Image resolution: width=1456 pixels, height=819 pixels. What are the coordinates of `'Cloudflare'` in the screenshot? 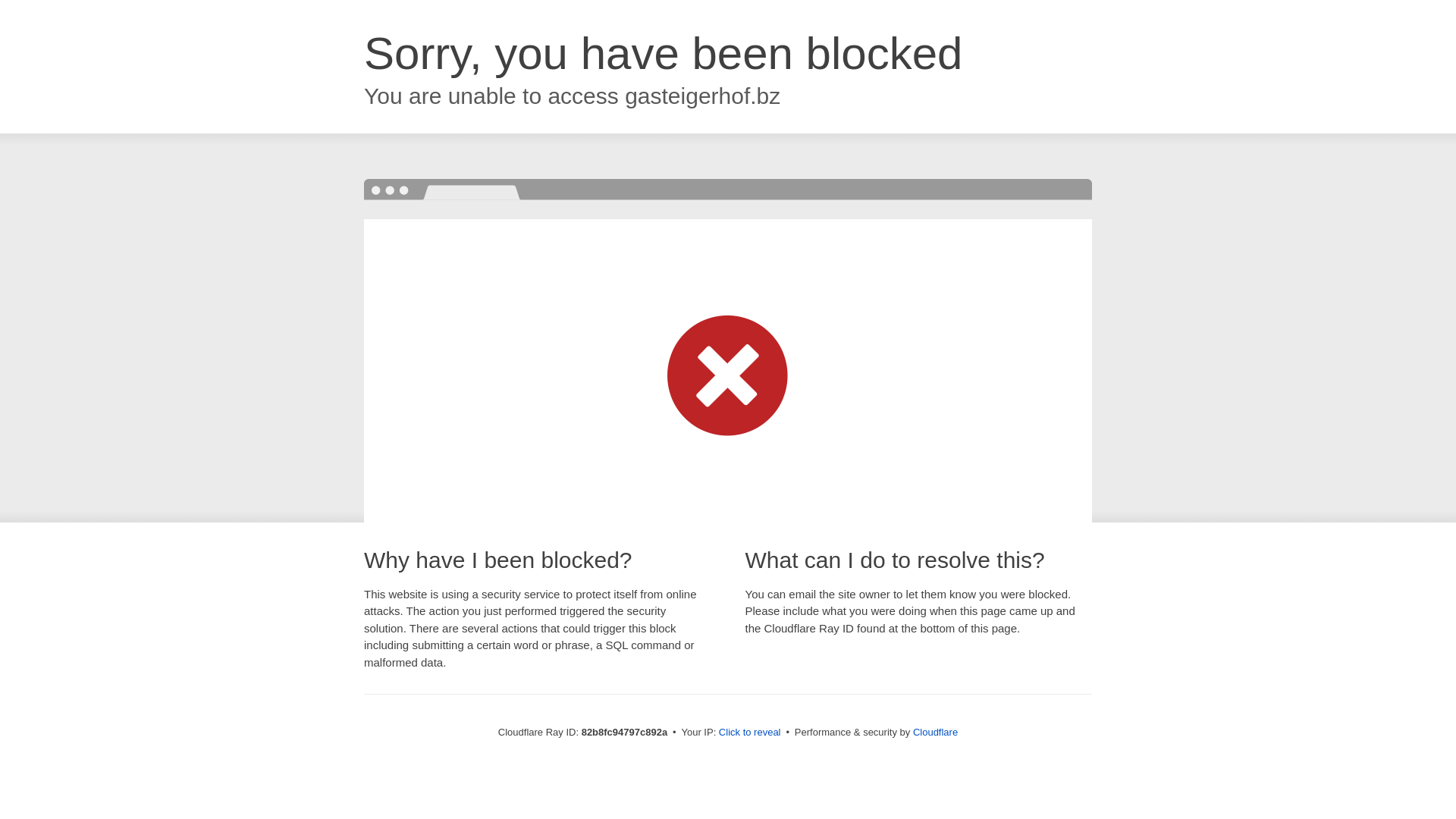 It's located at (934, 731).